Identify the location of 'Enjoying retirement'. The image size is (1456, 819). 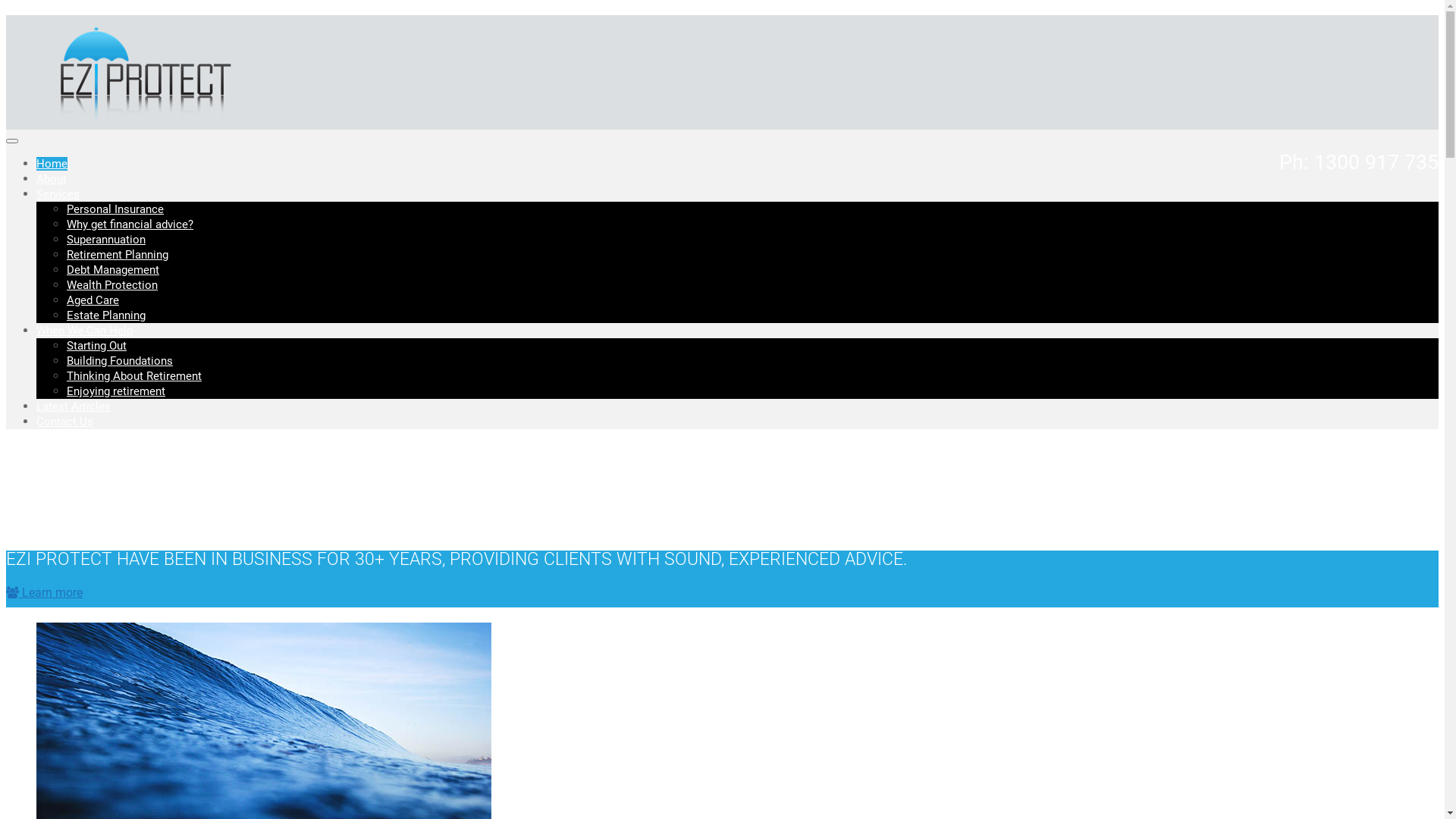
(115, 391).